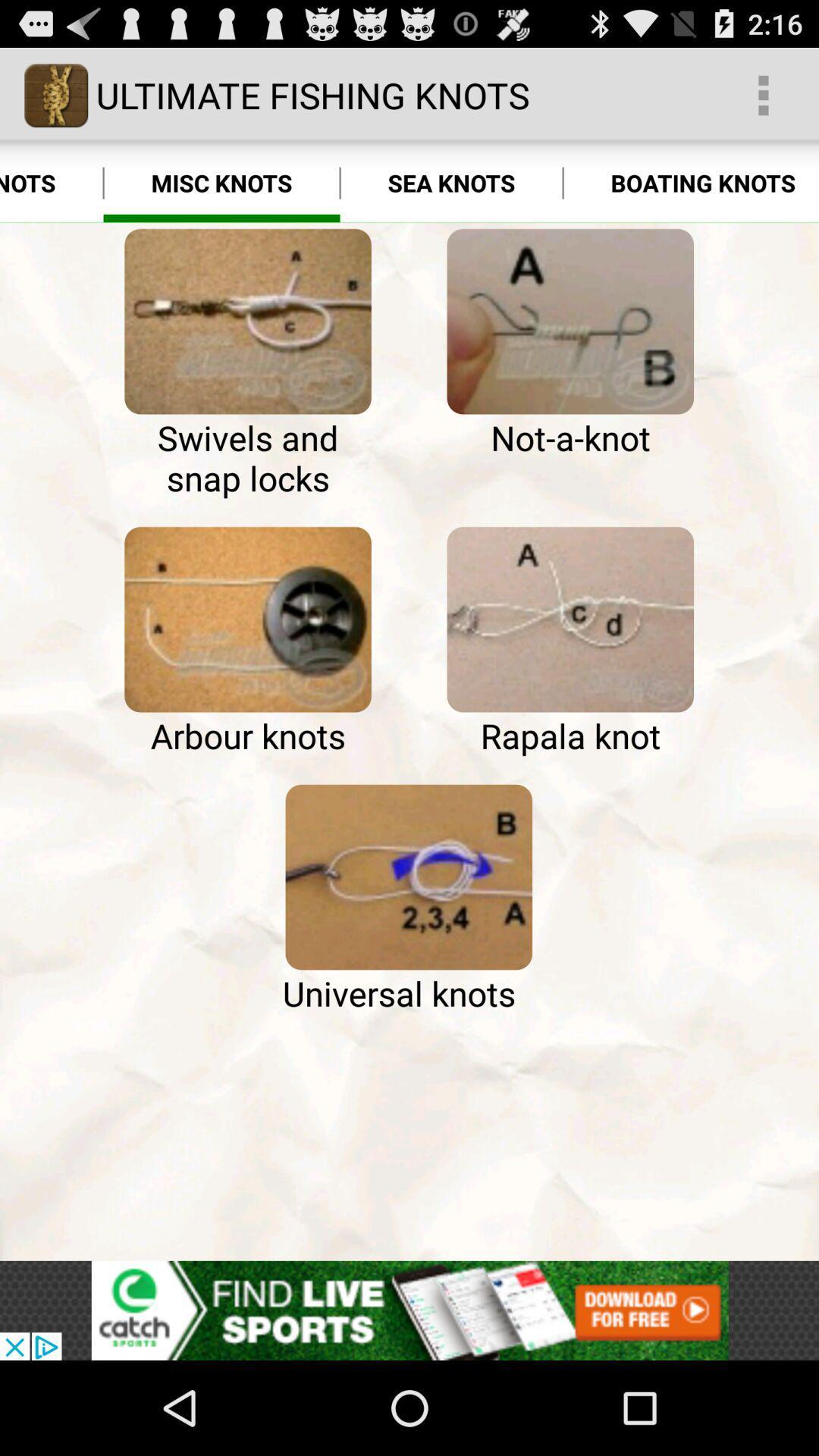 Image resolution: width=819 pixels, height=1456 pixels. Describe the element at coordinates (247, 321) in the screenshot. I see `icon below misc knots` at that location.